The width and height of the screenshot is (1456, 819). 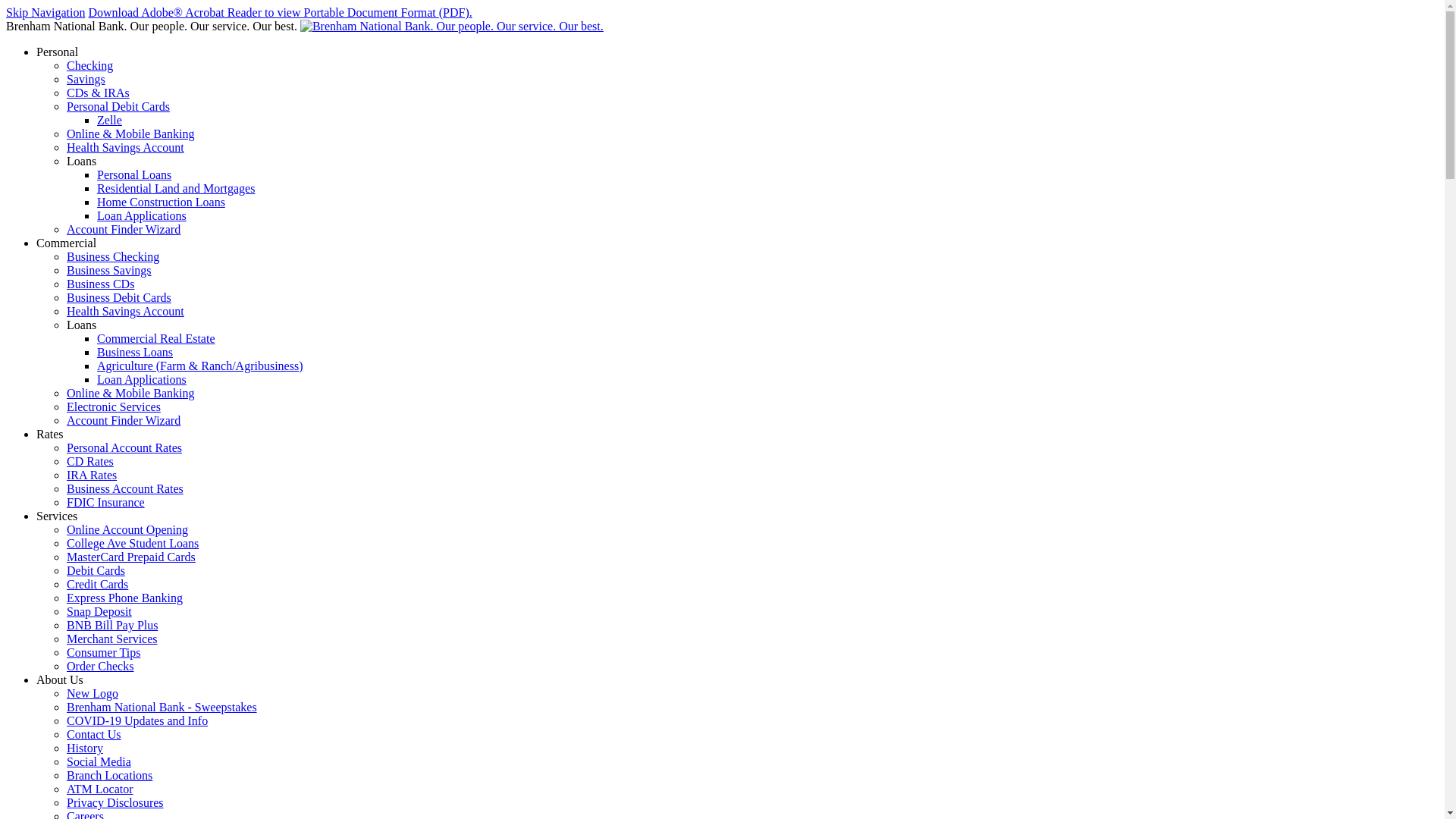 I want to click on 'COVID-19 Updates and Info', so click(x=137, y=720).